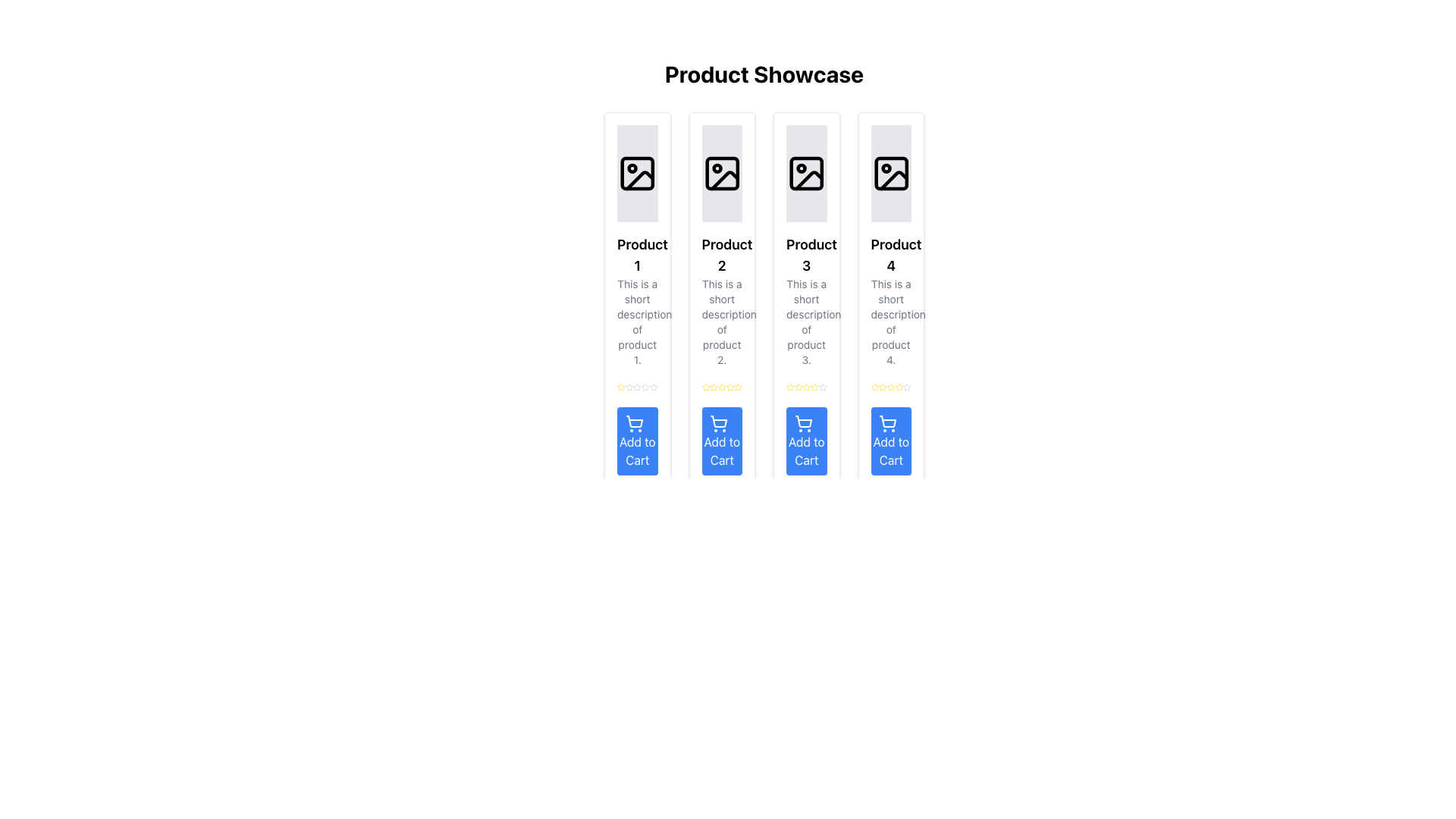 This screenshot has height=819, width=1456. Describe the element at coordinates (721, 386) in the screenshot. I see `the second star icon in the rating bar for 'Product 2', which is located directly below the product description and above the 'Add to Cart' button` at that location.